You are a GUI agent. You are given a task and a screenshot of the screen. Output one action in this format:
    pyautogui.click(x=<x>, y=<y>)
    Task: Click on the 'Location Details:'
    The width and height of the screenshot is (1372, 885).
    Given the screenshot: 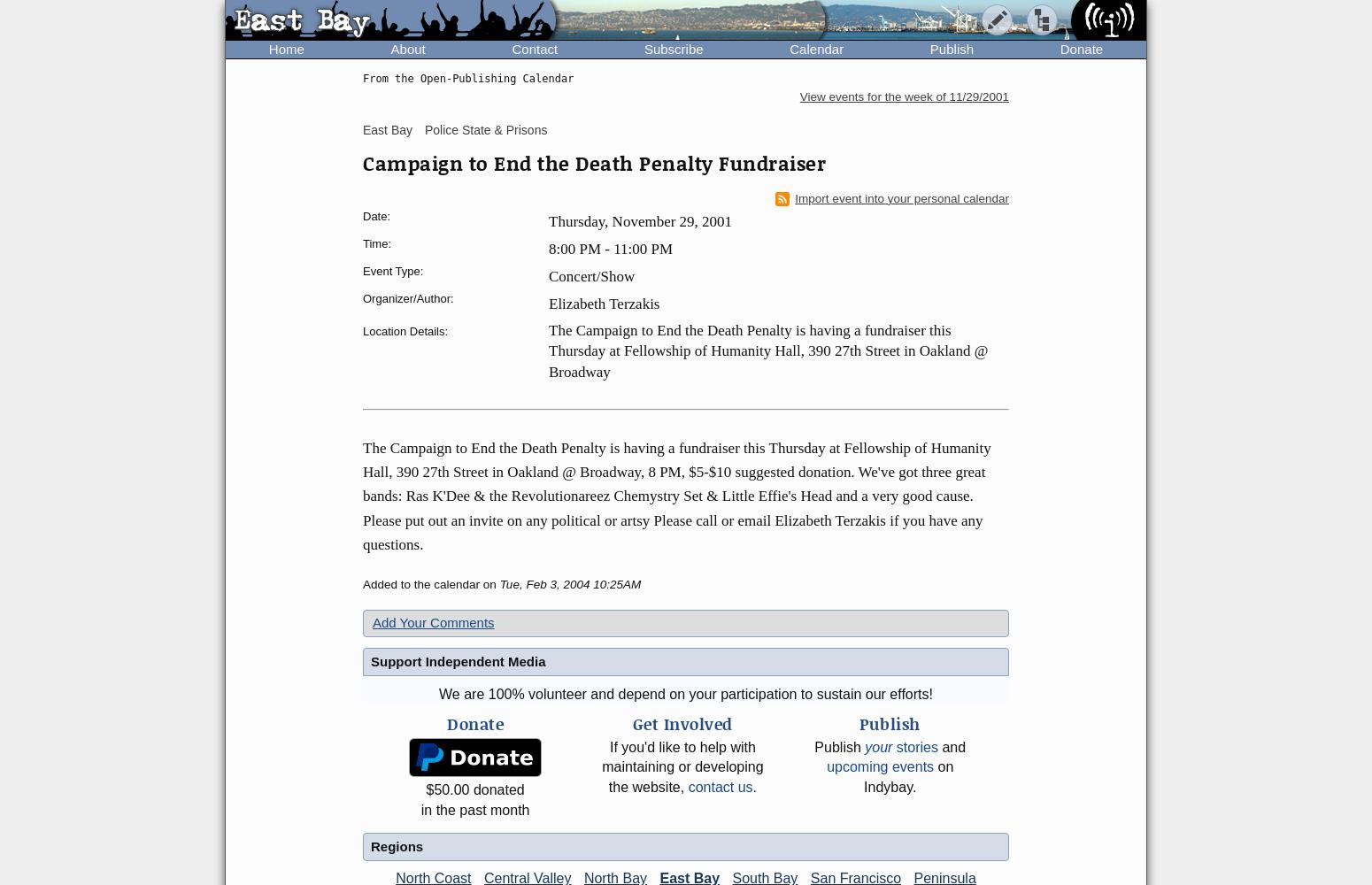 What is the action you would take?
    pyautogui.click(x=405, y=329)
    